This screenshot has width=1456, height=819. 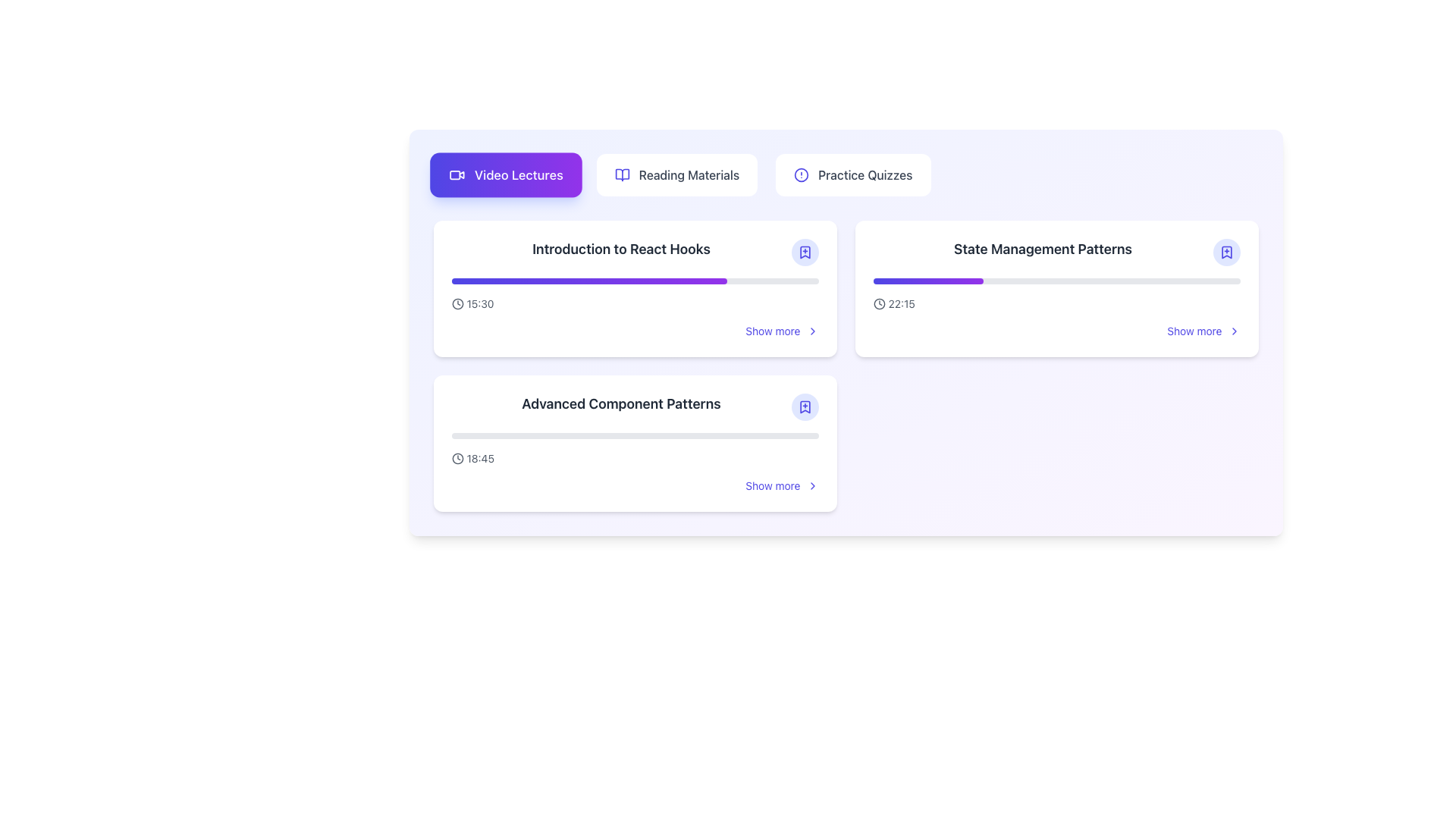 What do you see at coordinates (456, 174) in the screenshot?
I see `the small video camera icon with a white fill on a purple background, located to the left of the 'Video Lectures' button` at bounding box center [456, 174].